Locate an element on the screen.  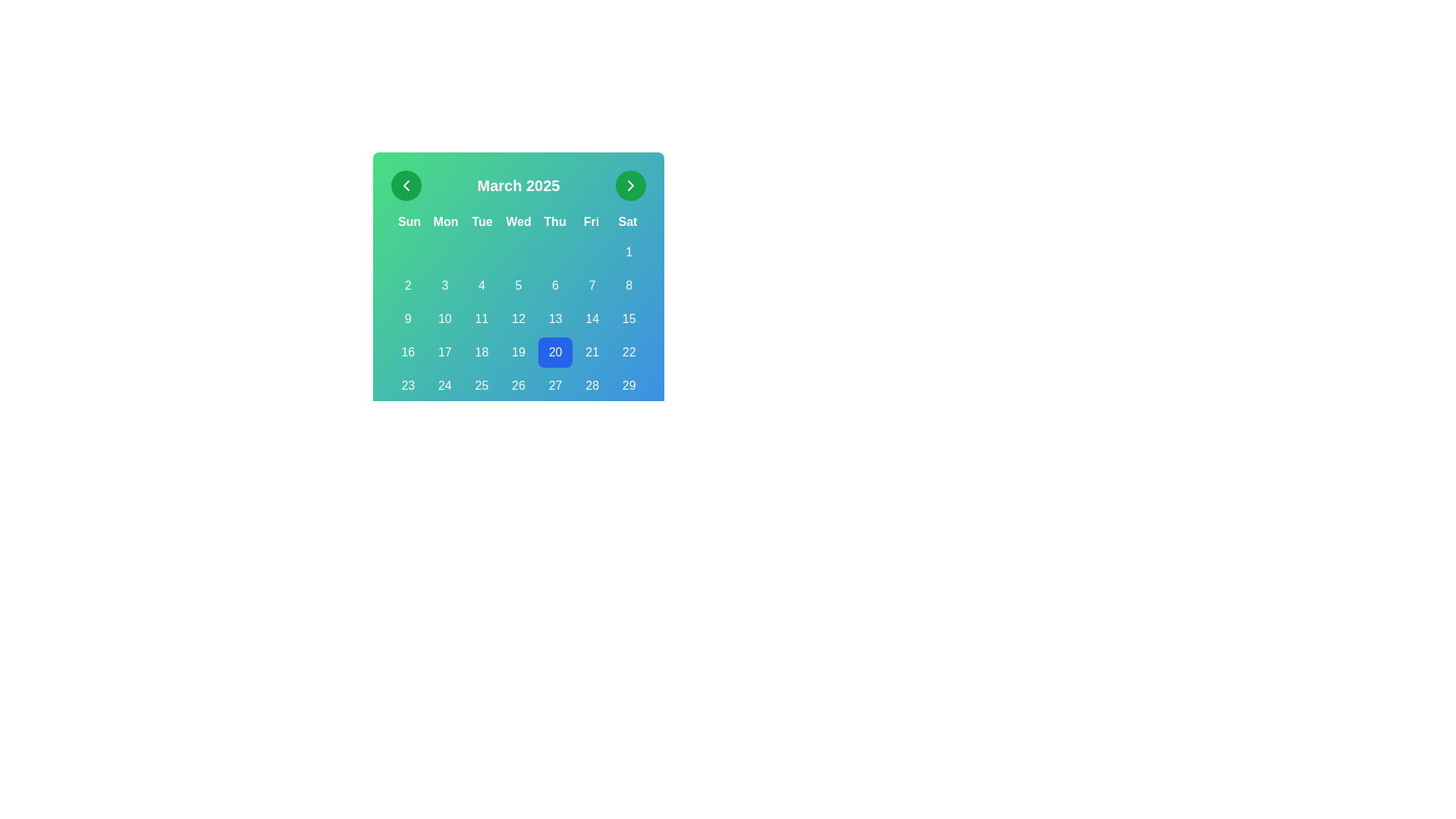
the empty cell in the calendar layout located in the first row and sixth cell from the left is located at coordinates (591, 251).